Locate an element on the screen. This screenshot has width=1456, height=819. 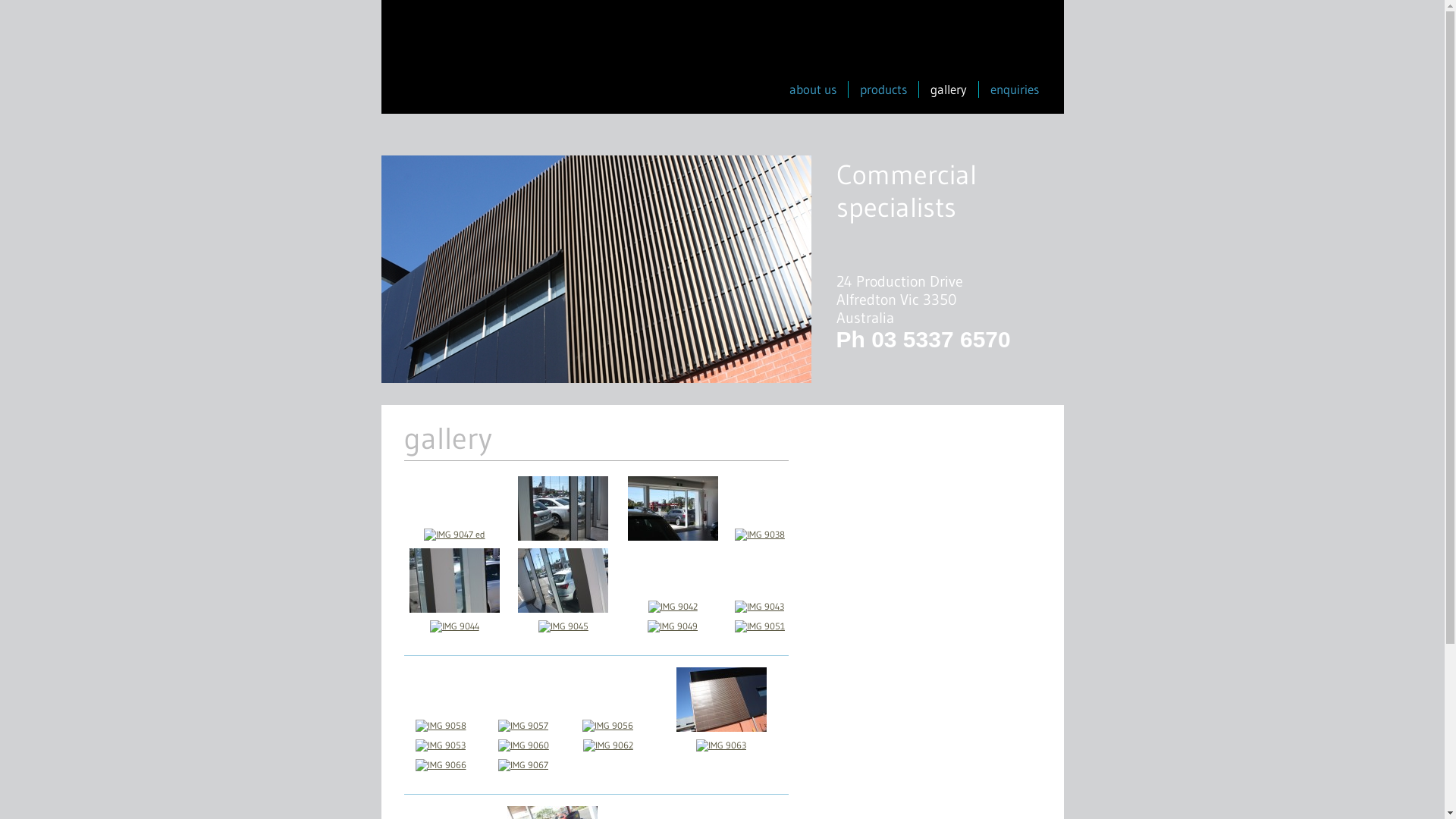
'enquiries' is located at coordinates (1015, 89).